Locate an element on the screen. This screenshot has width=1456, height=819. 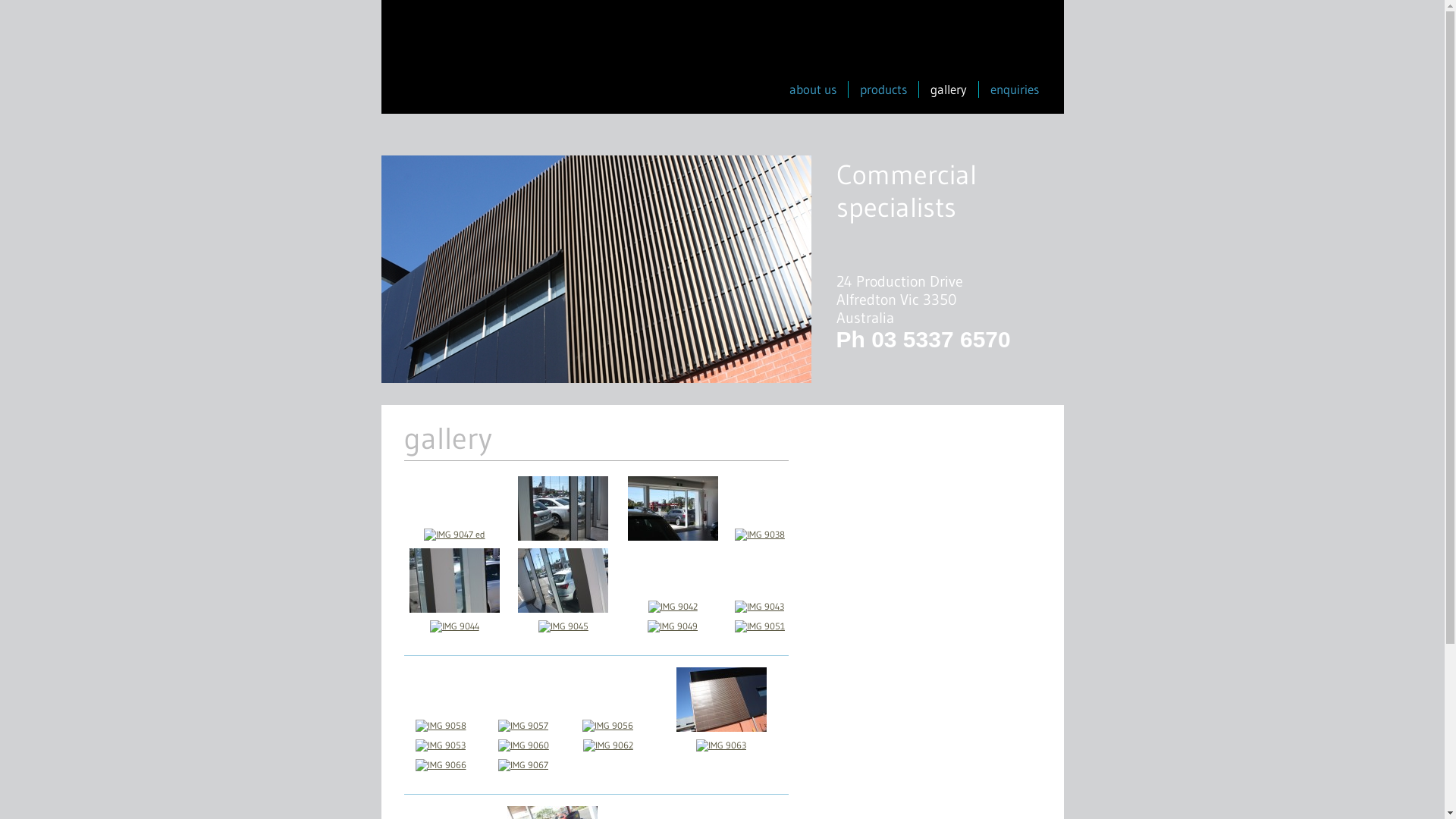
'enquiries' is located at coordinates (1015, 89).